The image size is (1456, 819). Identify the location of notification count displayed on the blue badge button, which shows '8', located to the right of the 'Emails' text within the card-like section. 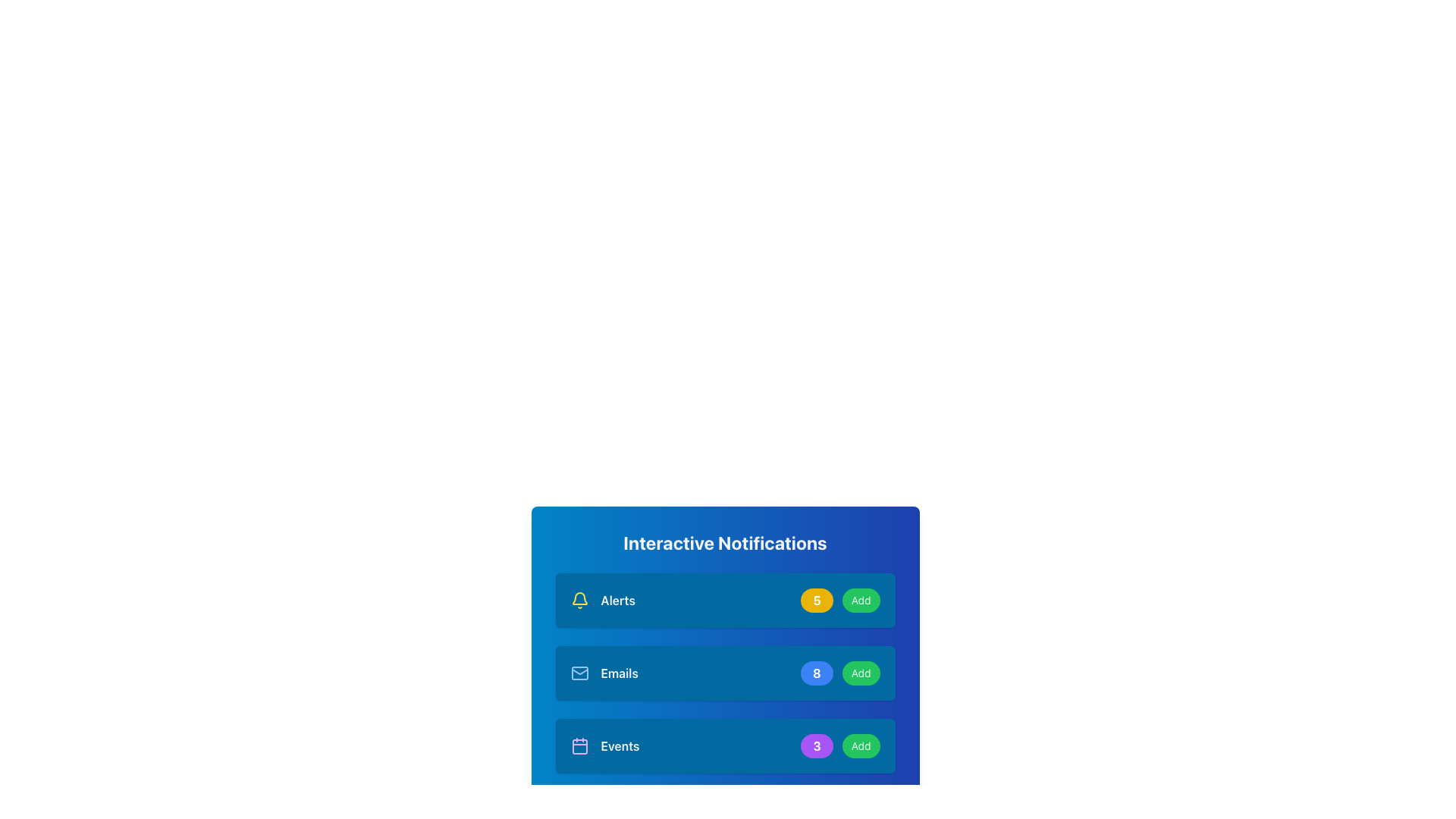
(839, 672).